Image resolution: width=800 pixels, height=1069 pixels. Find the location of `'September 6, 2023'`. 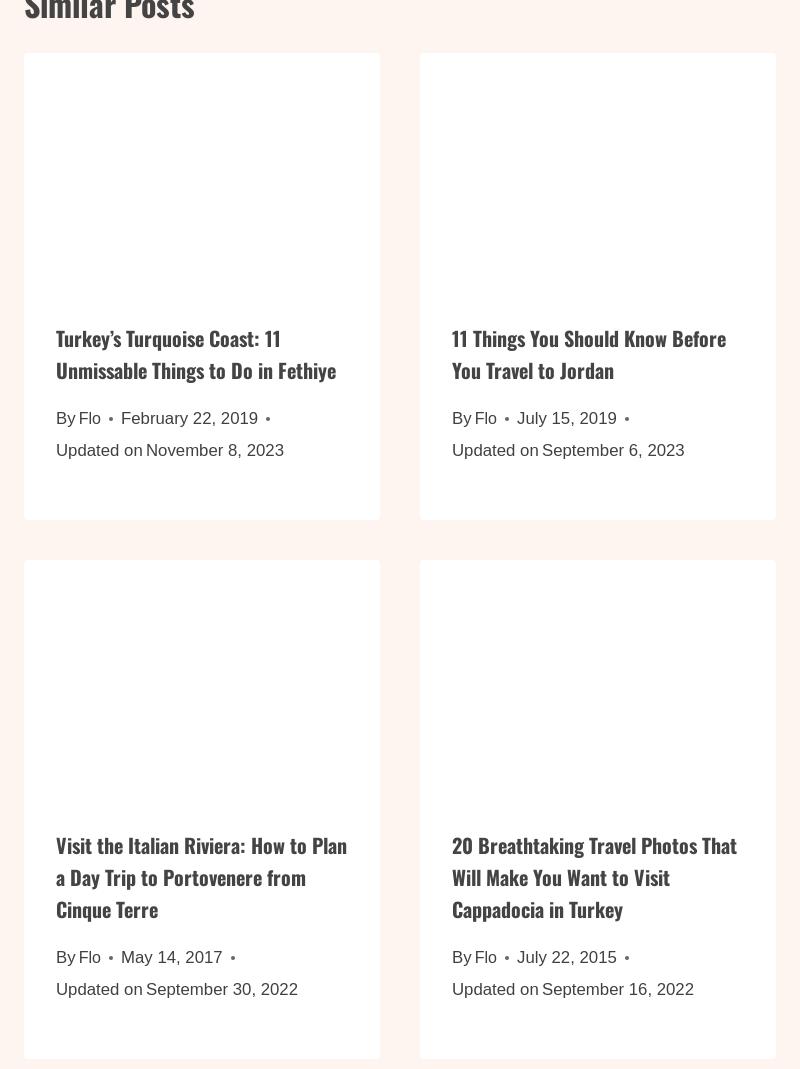

'September 6, 2023' is located at coordinates (612, 461).